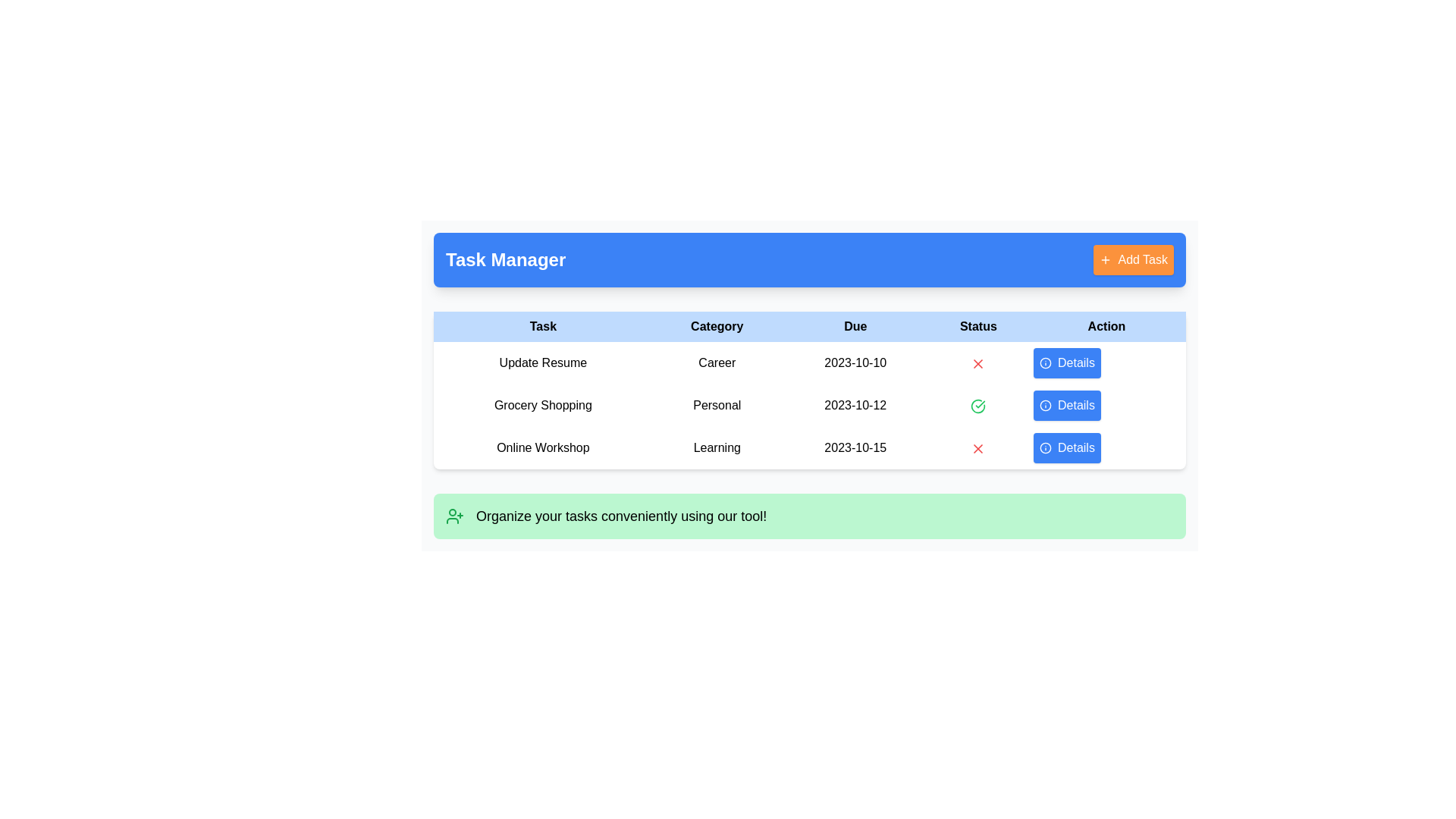  What do you see at coordinates (543, 362) in the screenshot?
I see `text of the 'Update Resume' label, which is displayed in black text as the first item under the 'Task' column` at bounding box center [543, 362].